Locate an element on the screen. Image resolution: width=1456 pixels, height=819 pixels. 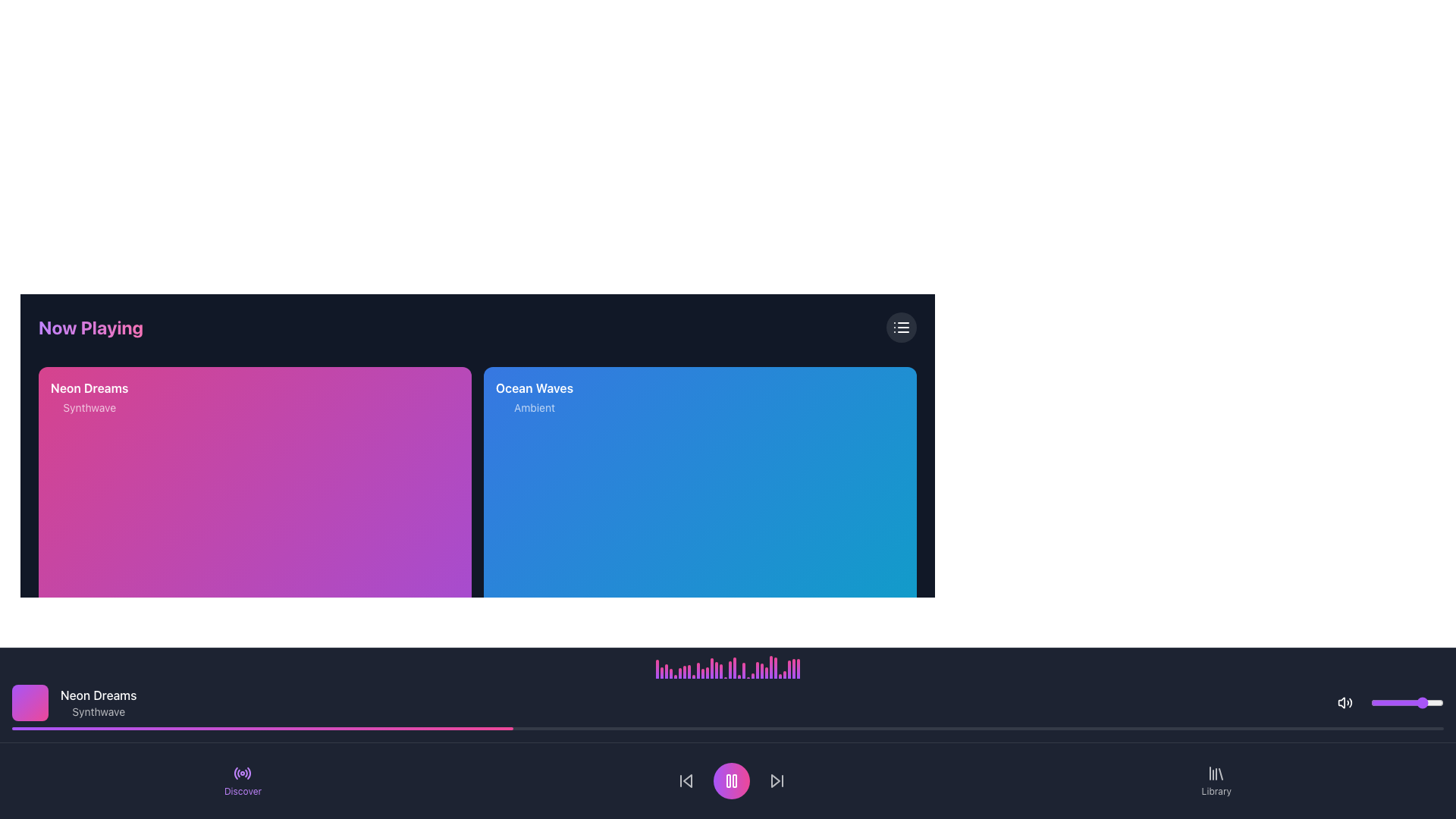
keyboard navigation is located at coordinates (442, 771).